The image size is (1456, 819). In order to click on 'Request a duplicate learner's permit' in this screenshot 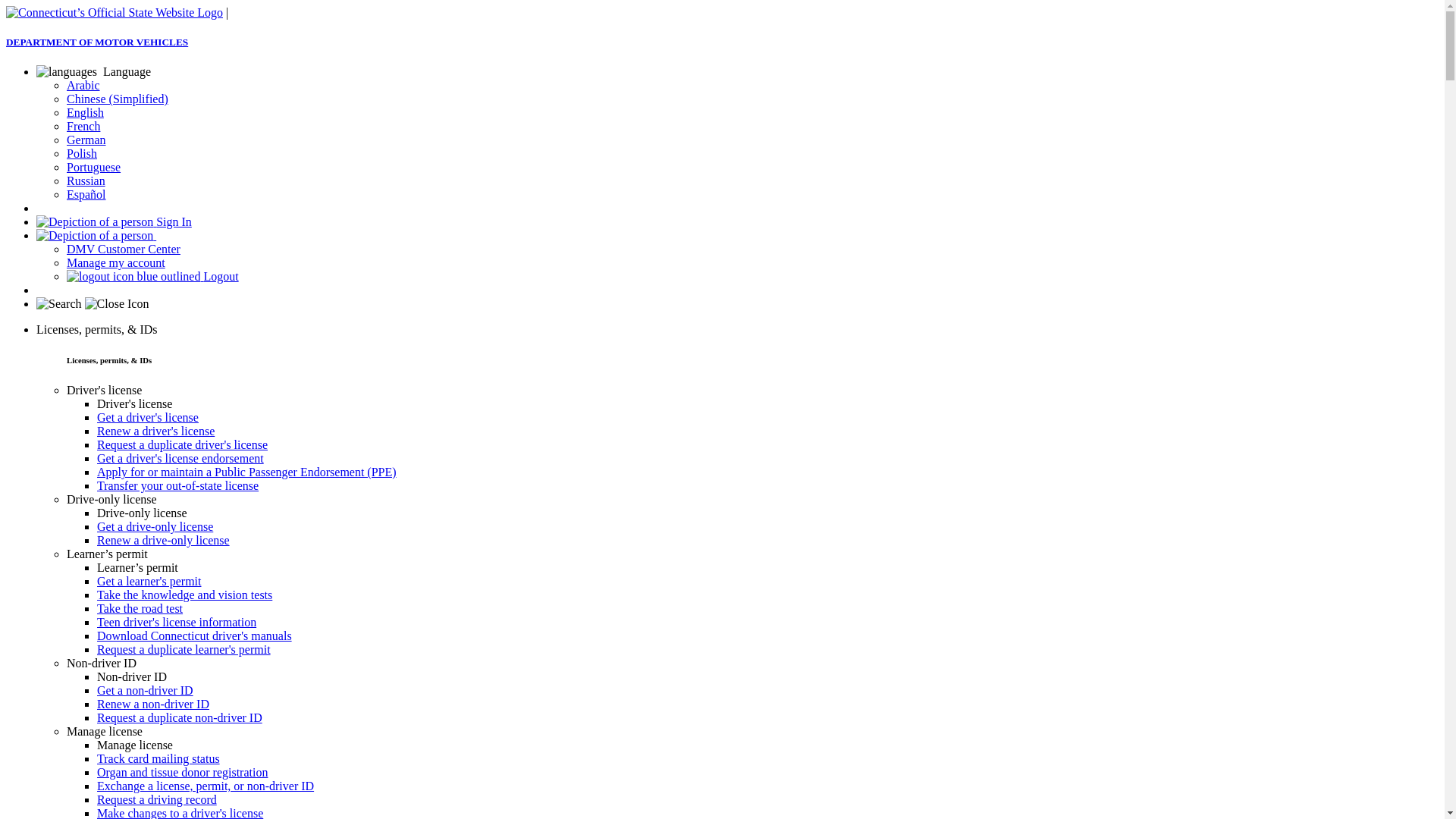, I will do `click(96, 648)`.